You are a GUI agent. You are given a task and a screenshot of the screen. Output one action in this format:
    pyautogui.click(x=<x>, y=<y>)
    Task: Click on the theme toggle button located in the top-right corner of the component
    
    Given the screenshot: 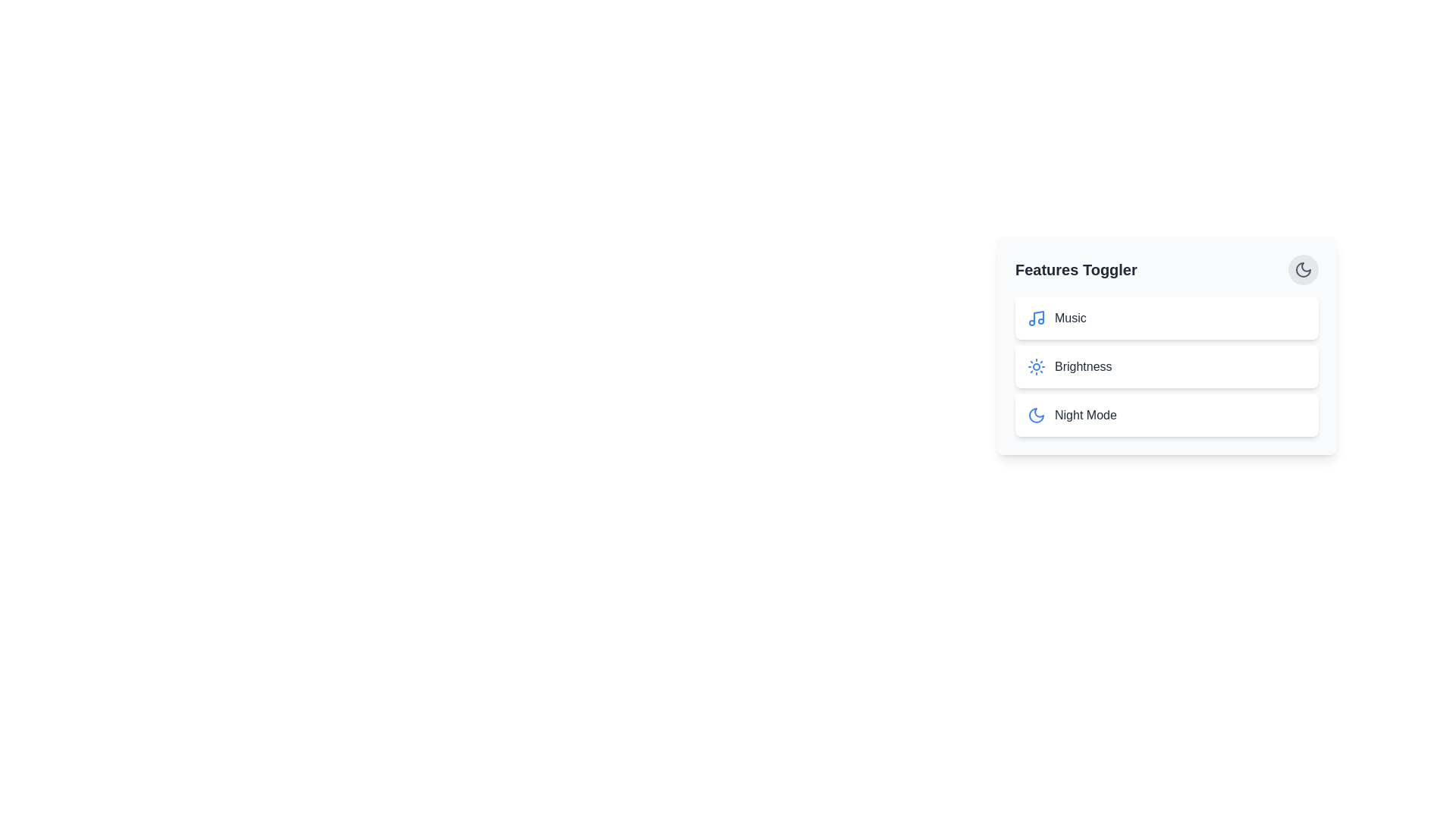 What is the action you would take?
    pyautogui.click(x=1302, y=268)
    